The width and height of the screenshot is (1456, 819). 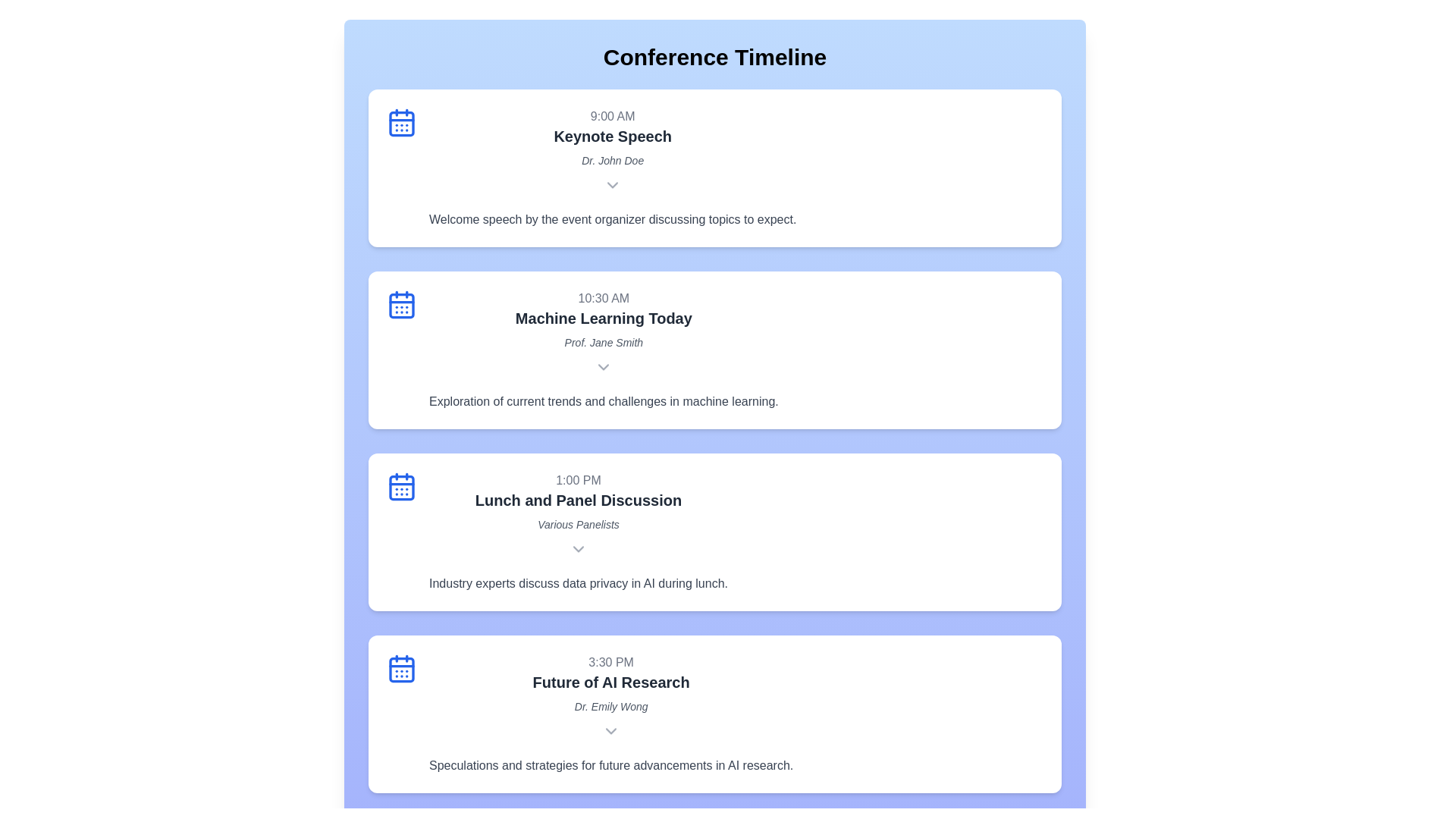 I want to click on the Text label indicating the scheduled time of the 'Future of AI Research' event in the timeline interface, which is positioned at the top of the corresponding section, so click(x=611, y=662).